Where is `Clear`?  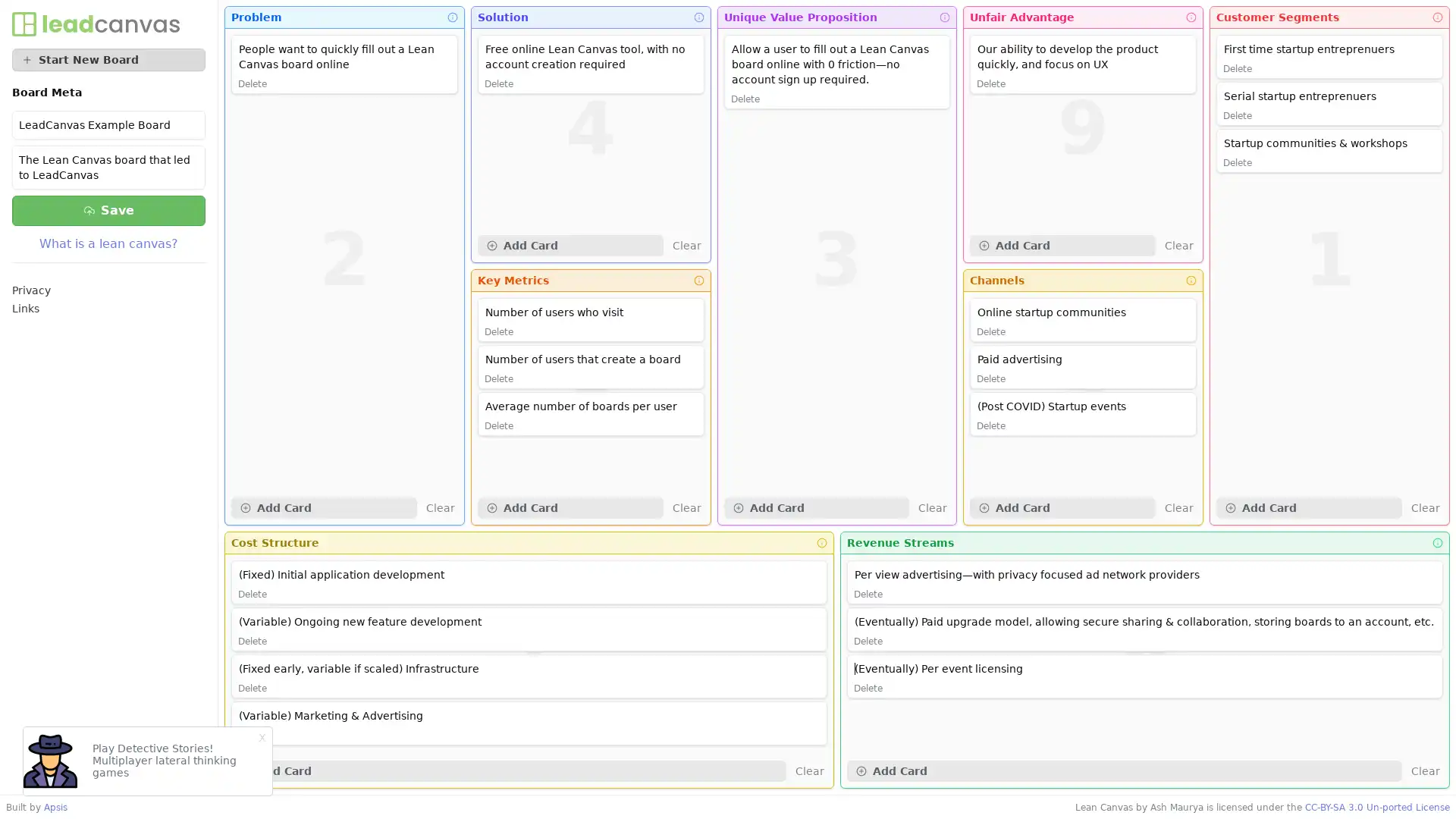 Clear is located at coordinates (1425, 508).